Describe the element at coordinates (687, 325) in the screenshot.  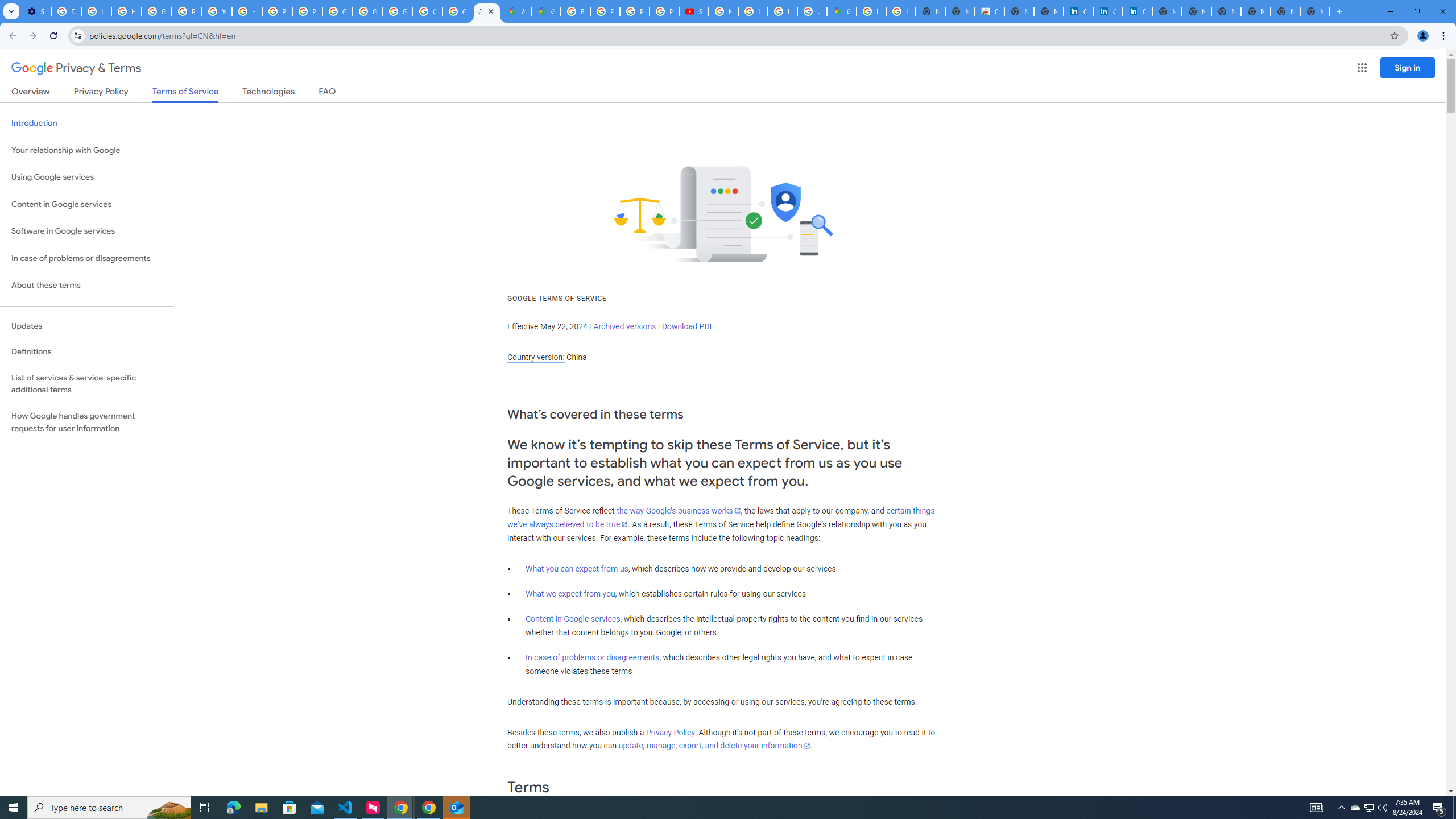
I see `'Download PDF'` at that location.